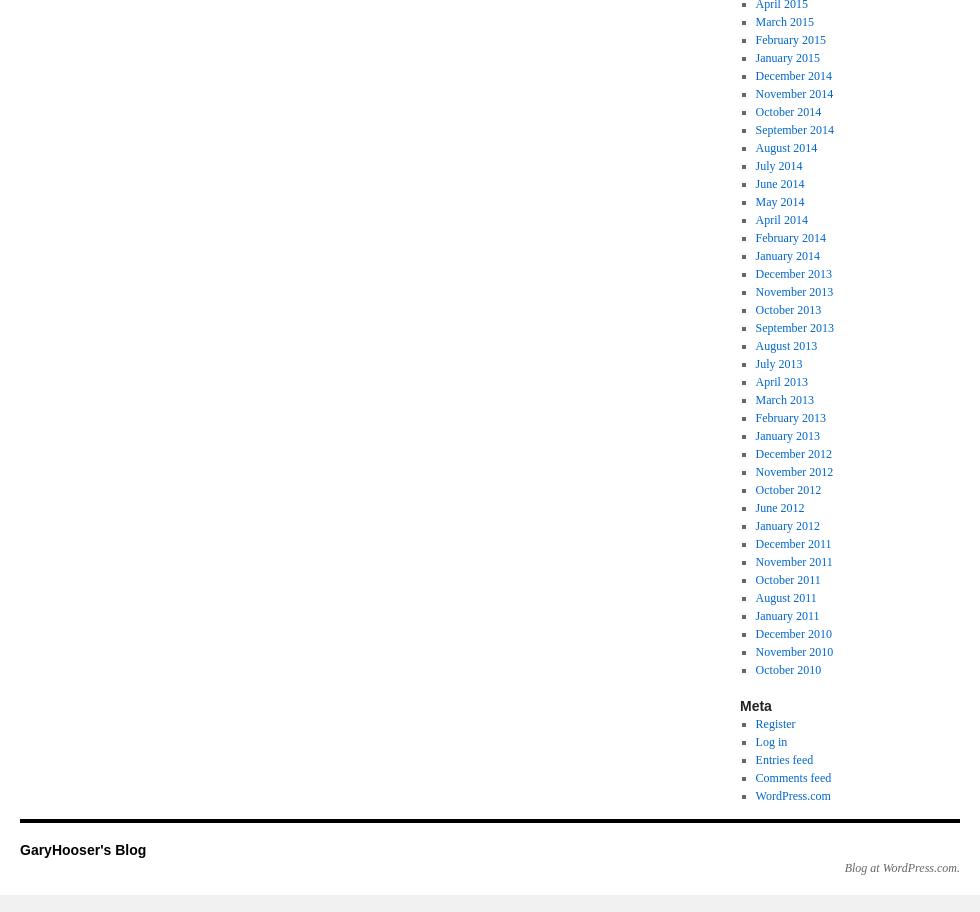 The image size is (980, 912). I want to click on 'February 2015', so click(789, 38).